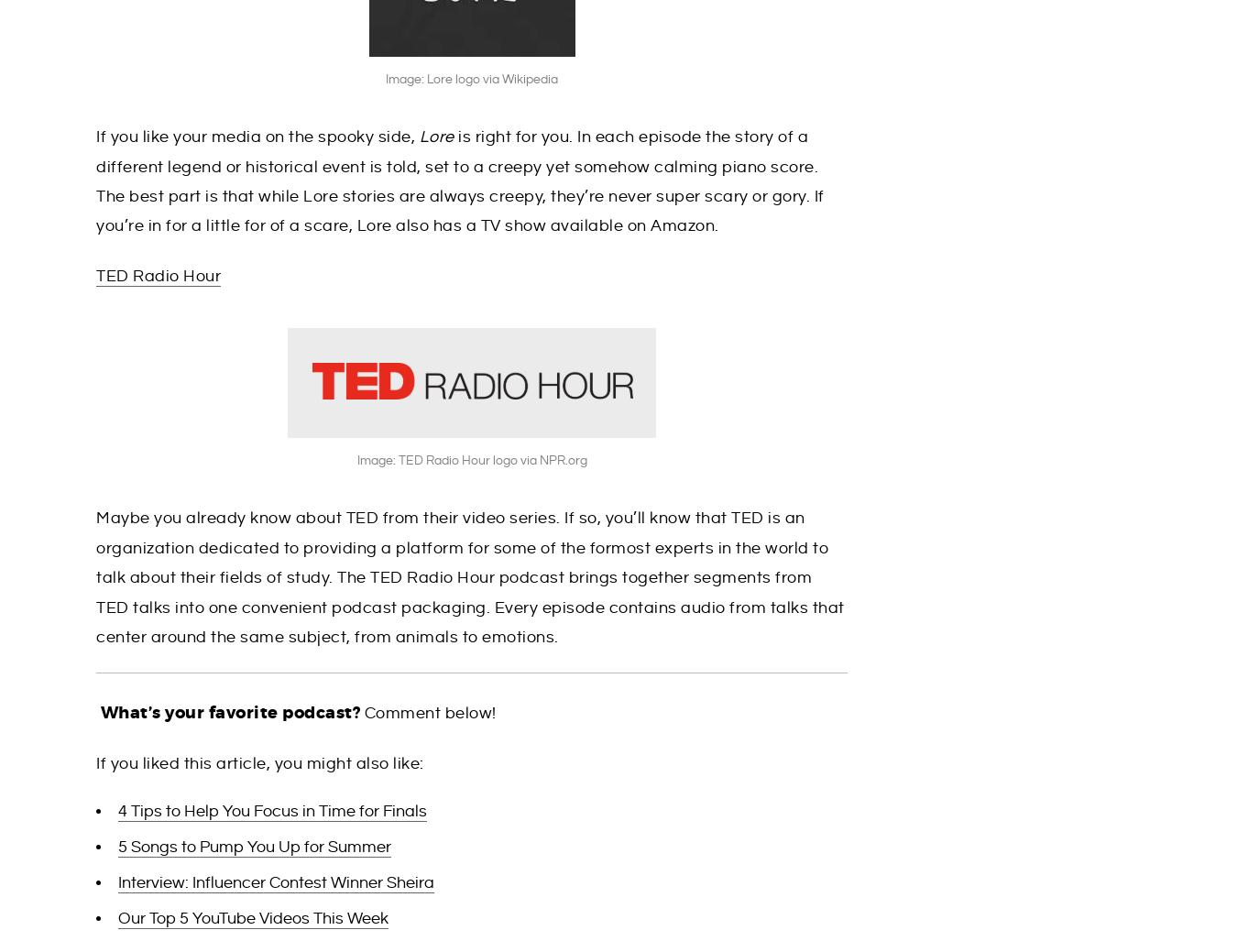 The height and width of the screenshot is (952, 1237). Describe the element at coordinates (470, 459) in the screenshot. I see `'Image: TED Radio Hour logo via NPR.org'` at that location.